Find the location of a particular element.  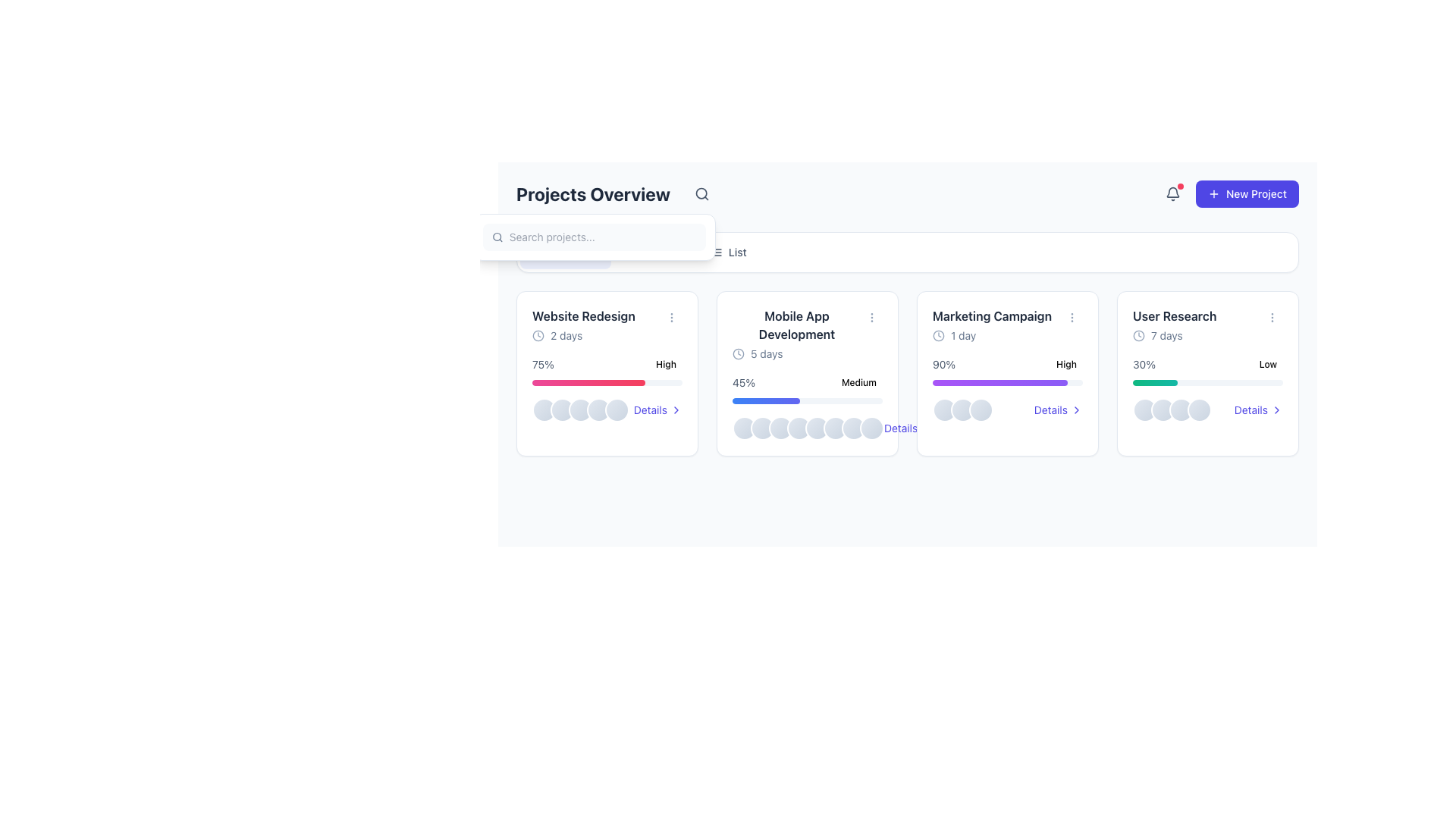

the leftmost circular indicator of the progress representation for the 'User Research' project is located at coordinates (1145, 409).